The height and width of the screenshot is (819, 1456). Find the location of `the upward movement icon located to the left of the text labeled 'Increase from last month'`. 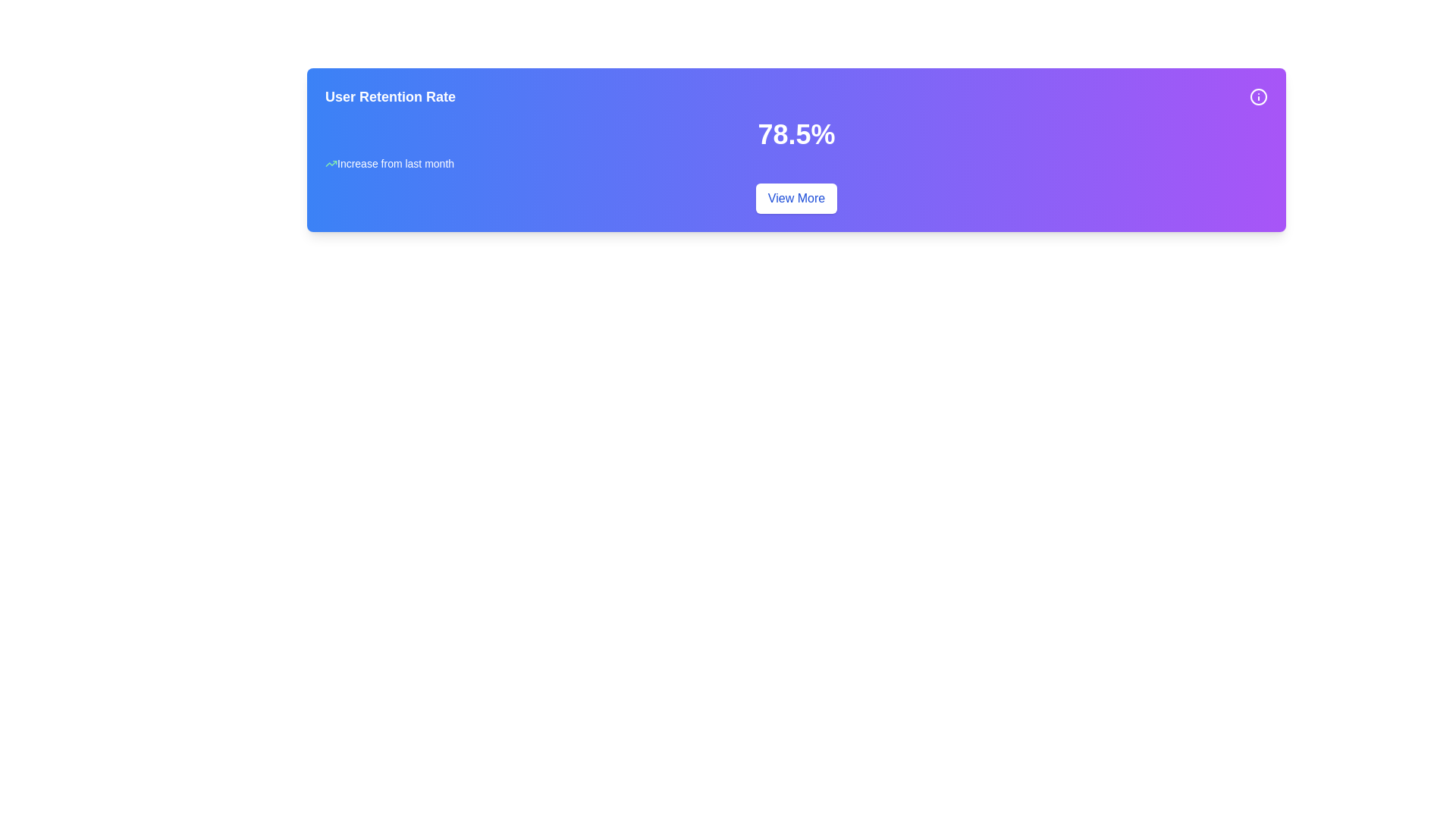

the upward movement icon located to the left of the text labeled 'Increase from last month' is located at coordinates (330, 164).